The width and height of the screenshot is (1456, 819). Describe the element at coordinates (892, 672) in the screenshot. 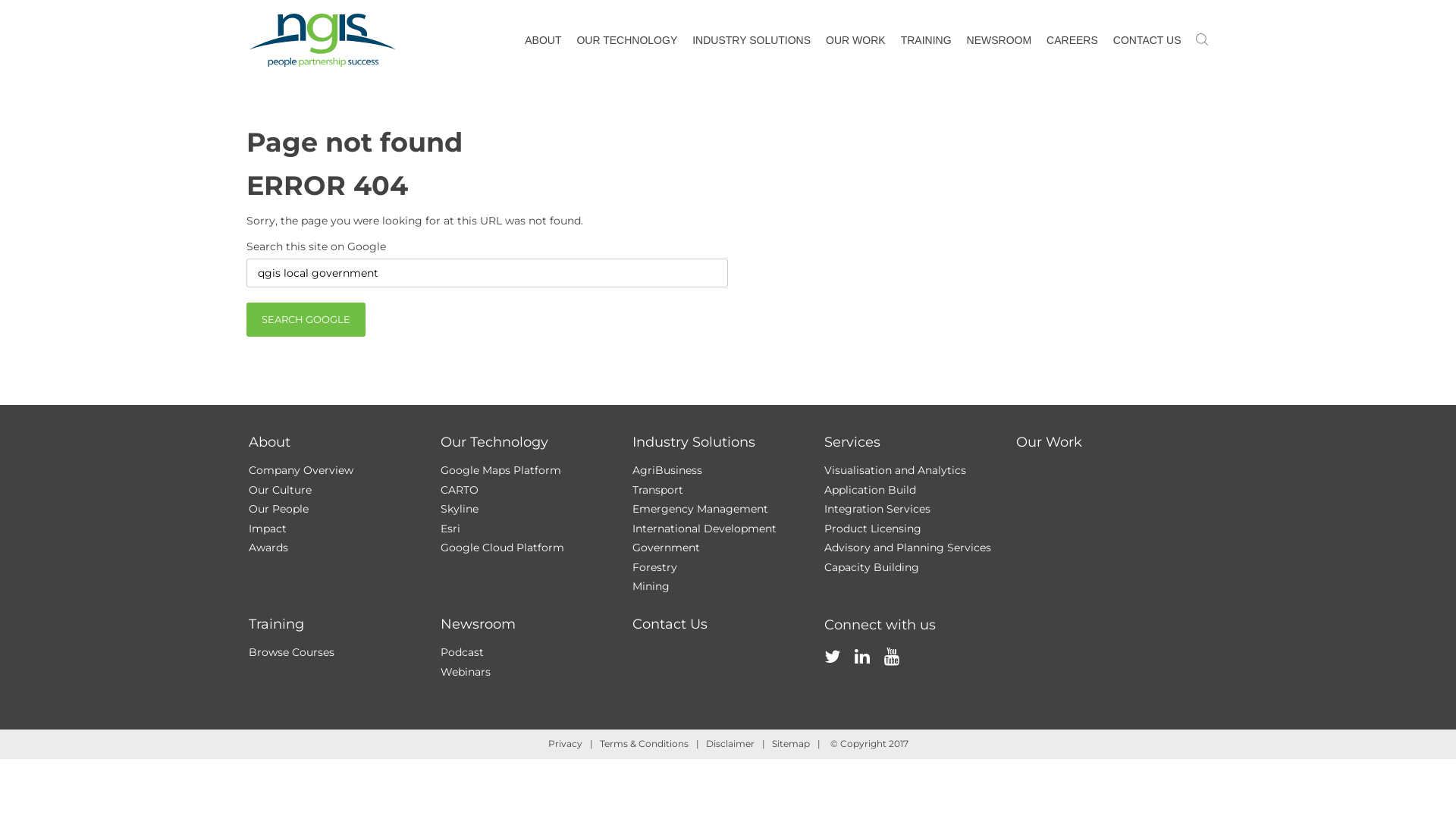

I see `'YouTube'` at that location.